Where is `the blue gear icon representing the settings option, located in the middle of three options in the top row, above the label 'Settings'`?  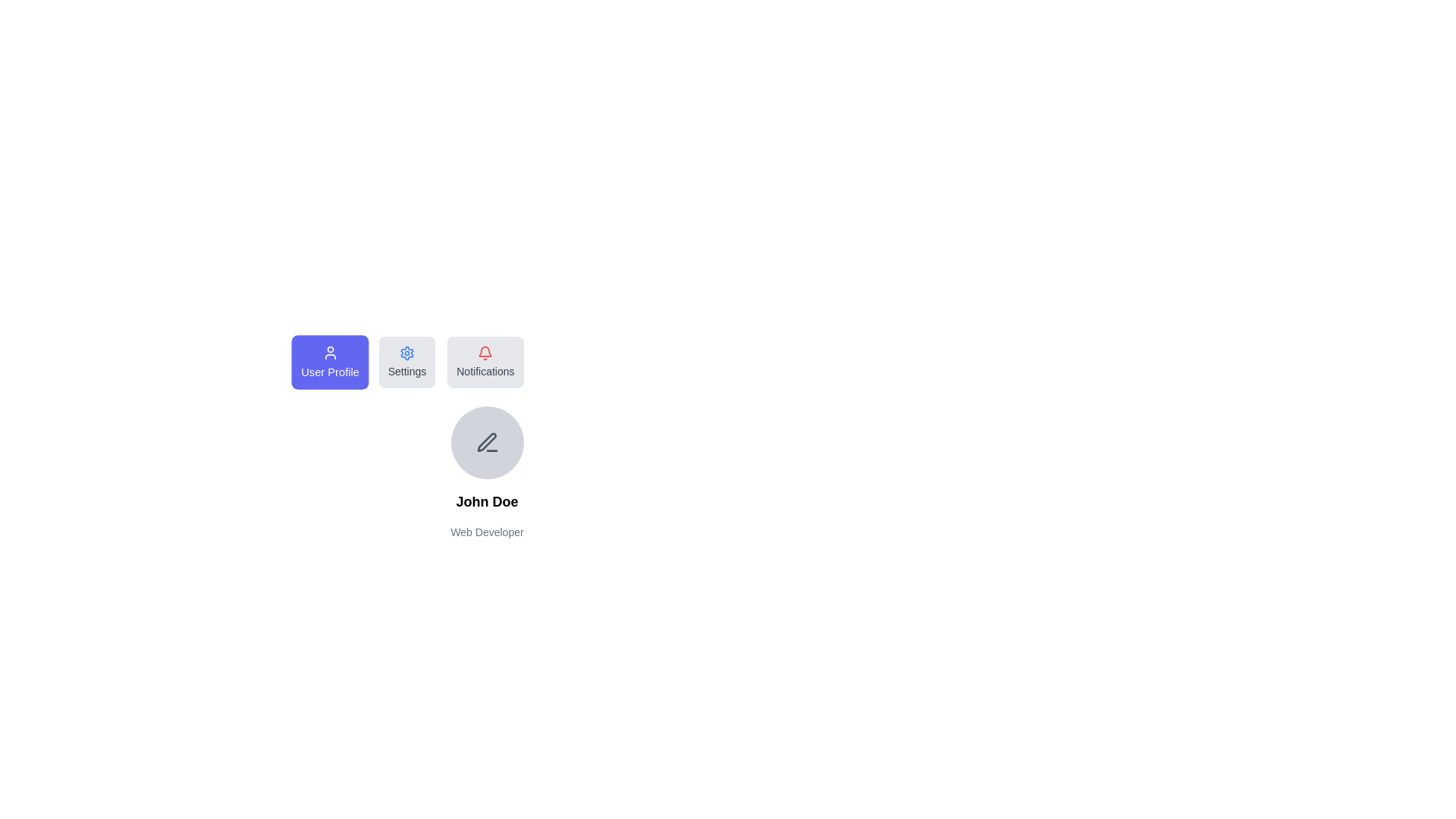 the blue gear icon representing the settings option, located in the middle of three options in the top row, above the label 'Settings' is located at coordinates (407, 353).